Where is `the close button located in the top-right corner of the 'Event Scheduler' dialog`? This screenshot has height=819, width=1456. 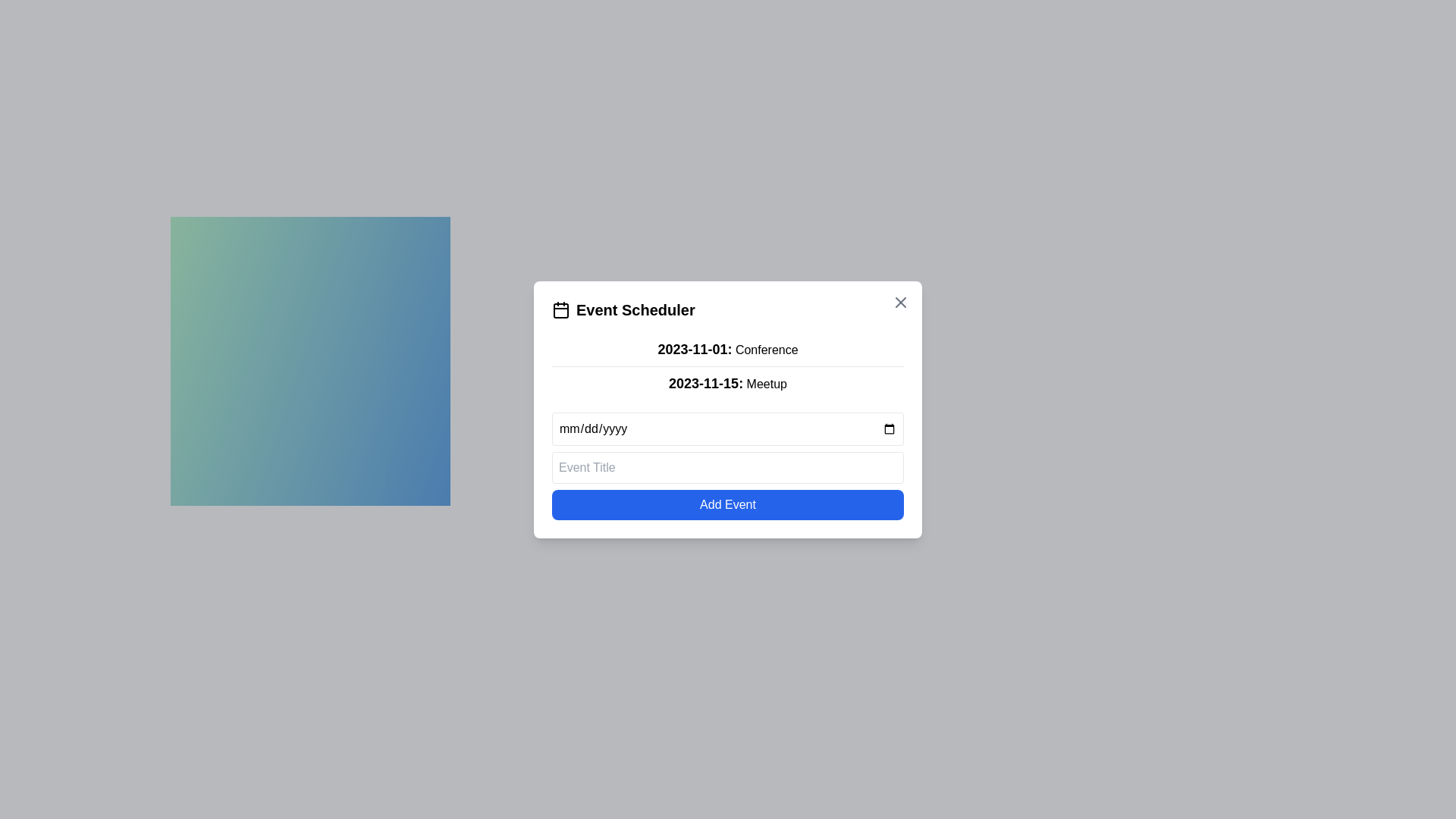
the close button located in the top-right corner of the 'Event Scheduler' dialog is located at coordinates (901, 301).